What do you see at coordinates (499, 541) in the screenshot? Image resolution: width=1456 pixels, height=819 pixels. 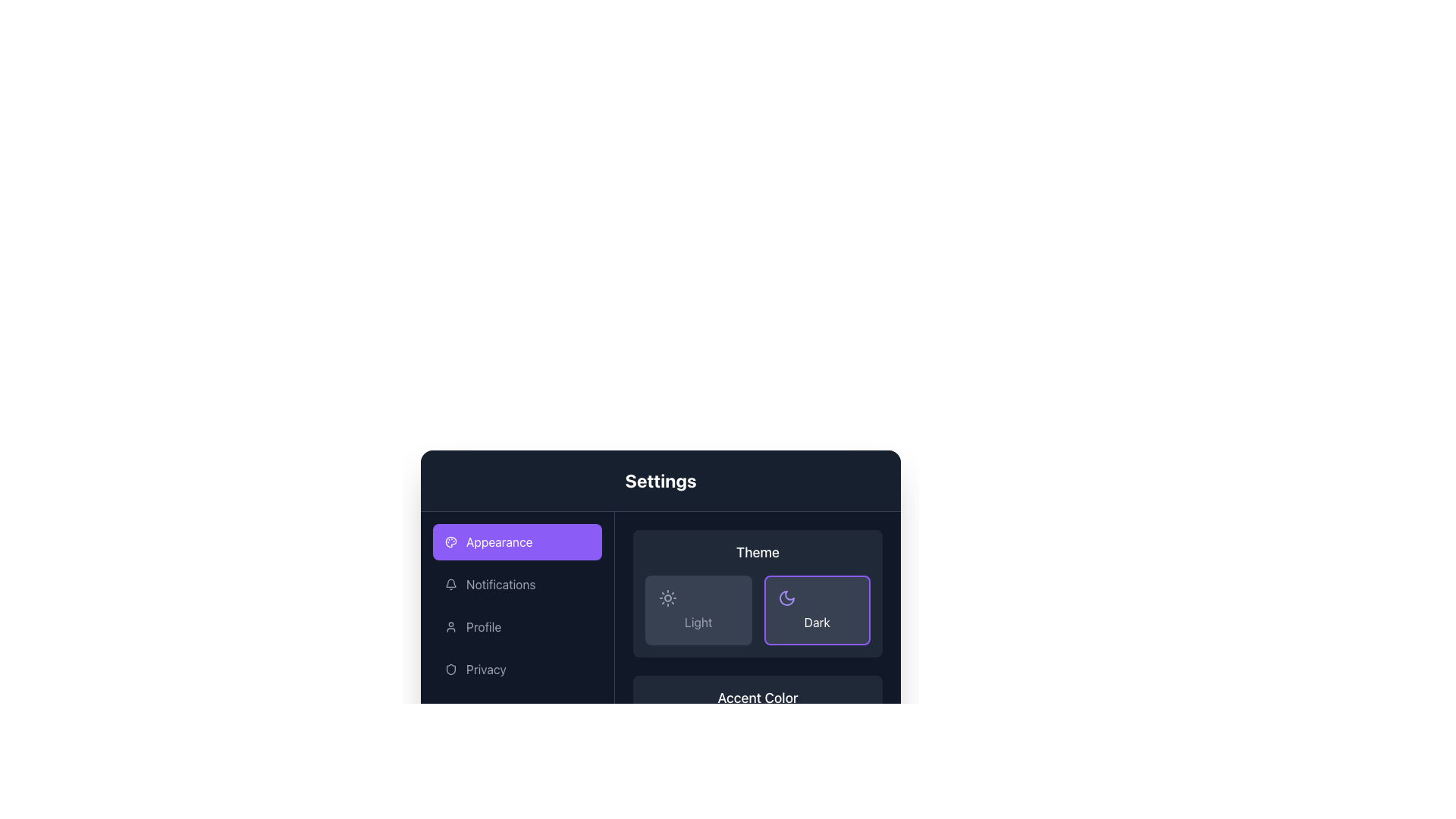 I see `text of the 'Appearance' label in the sidebar navigation menu, which indicates the functionality of the button for customizing appearance-related settings` at bounding box center [499, 541].